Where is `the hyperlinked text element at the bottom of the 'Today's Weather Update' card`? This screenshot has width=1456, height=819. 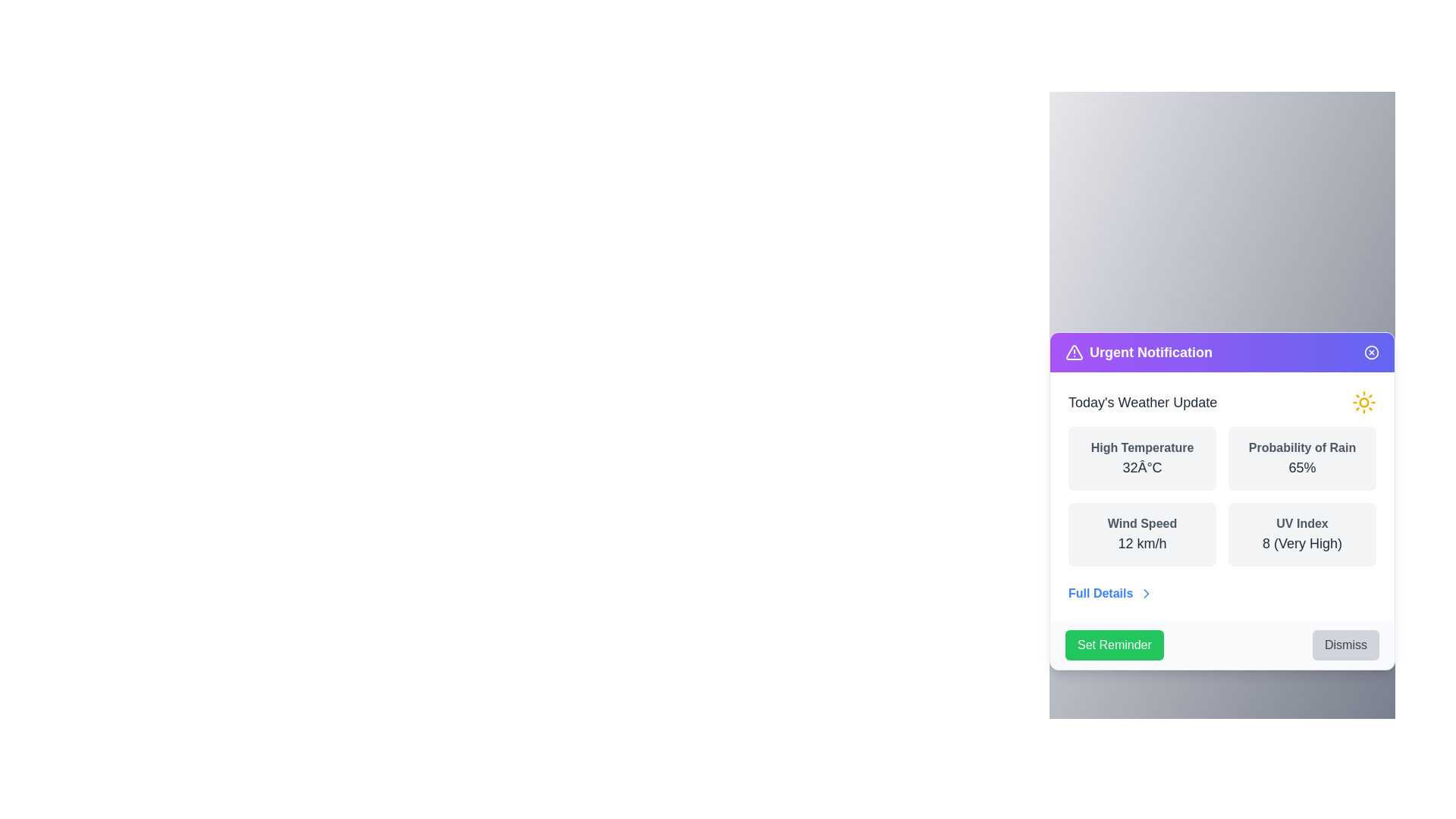 the hyperlinked text element at the bottom of the 'Today's Weather Update' card is located at coordinates (1111, 593).